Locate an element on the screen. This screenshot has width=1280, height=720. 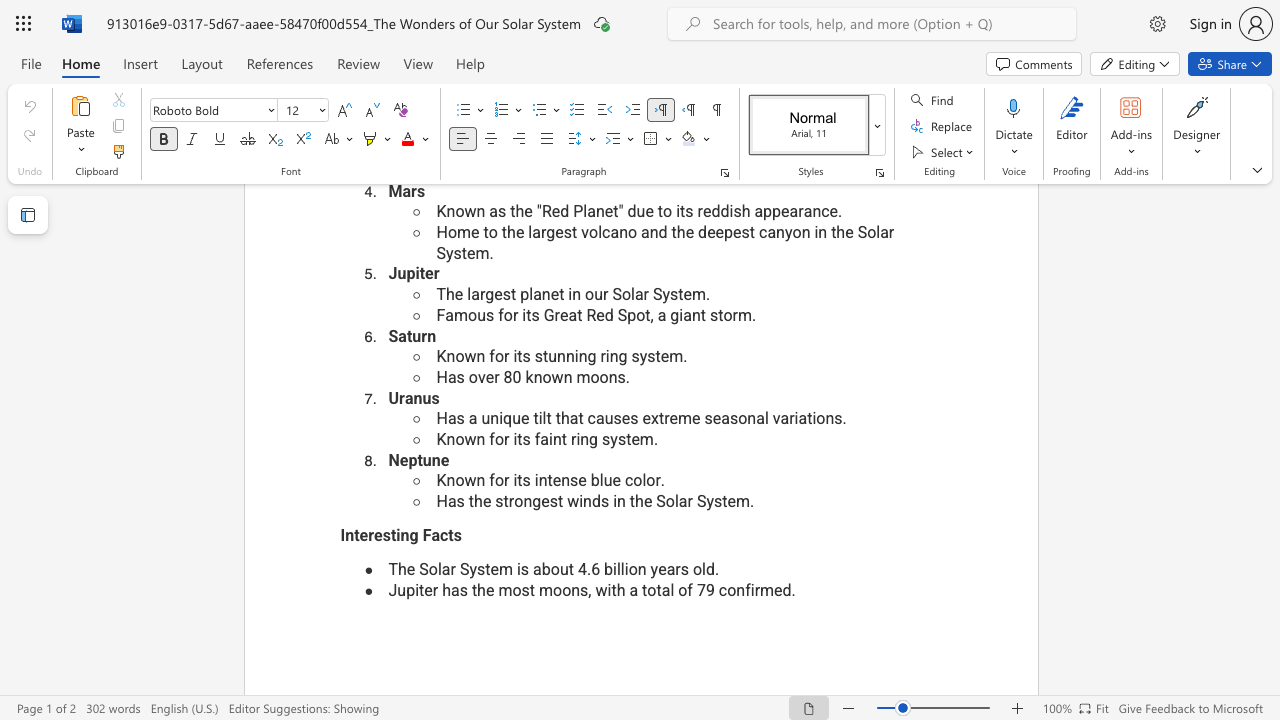
the subset text "s faint ring system." within the text "Known for its faint ring system." is located at coordinates (522, 438).